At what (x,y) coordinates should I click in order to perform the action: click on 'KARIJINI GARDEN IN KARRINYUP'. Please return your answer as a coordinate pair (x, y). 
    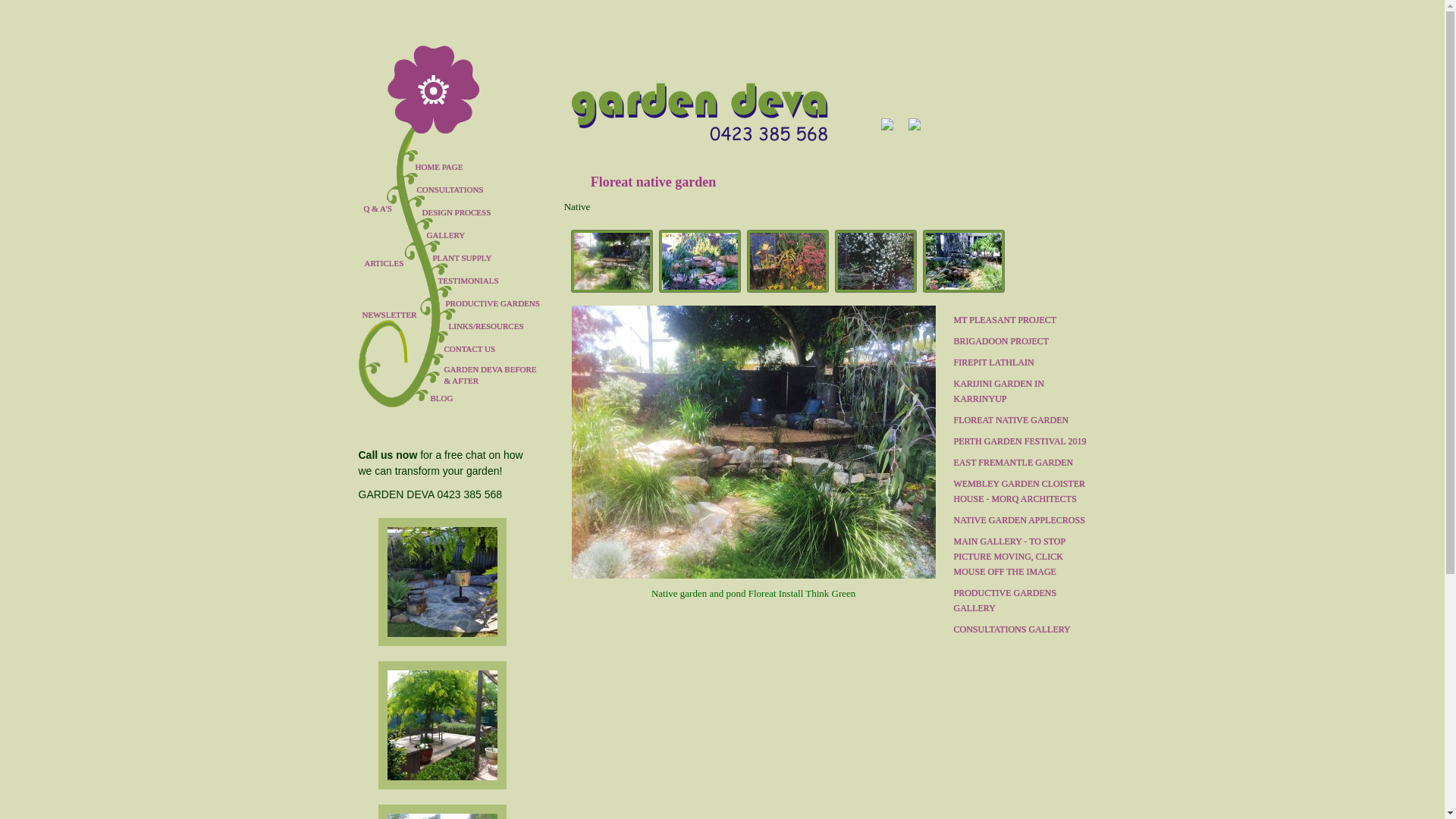
    Looking at the image, I should click on (1019, 391).